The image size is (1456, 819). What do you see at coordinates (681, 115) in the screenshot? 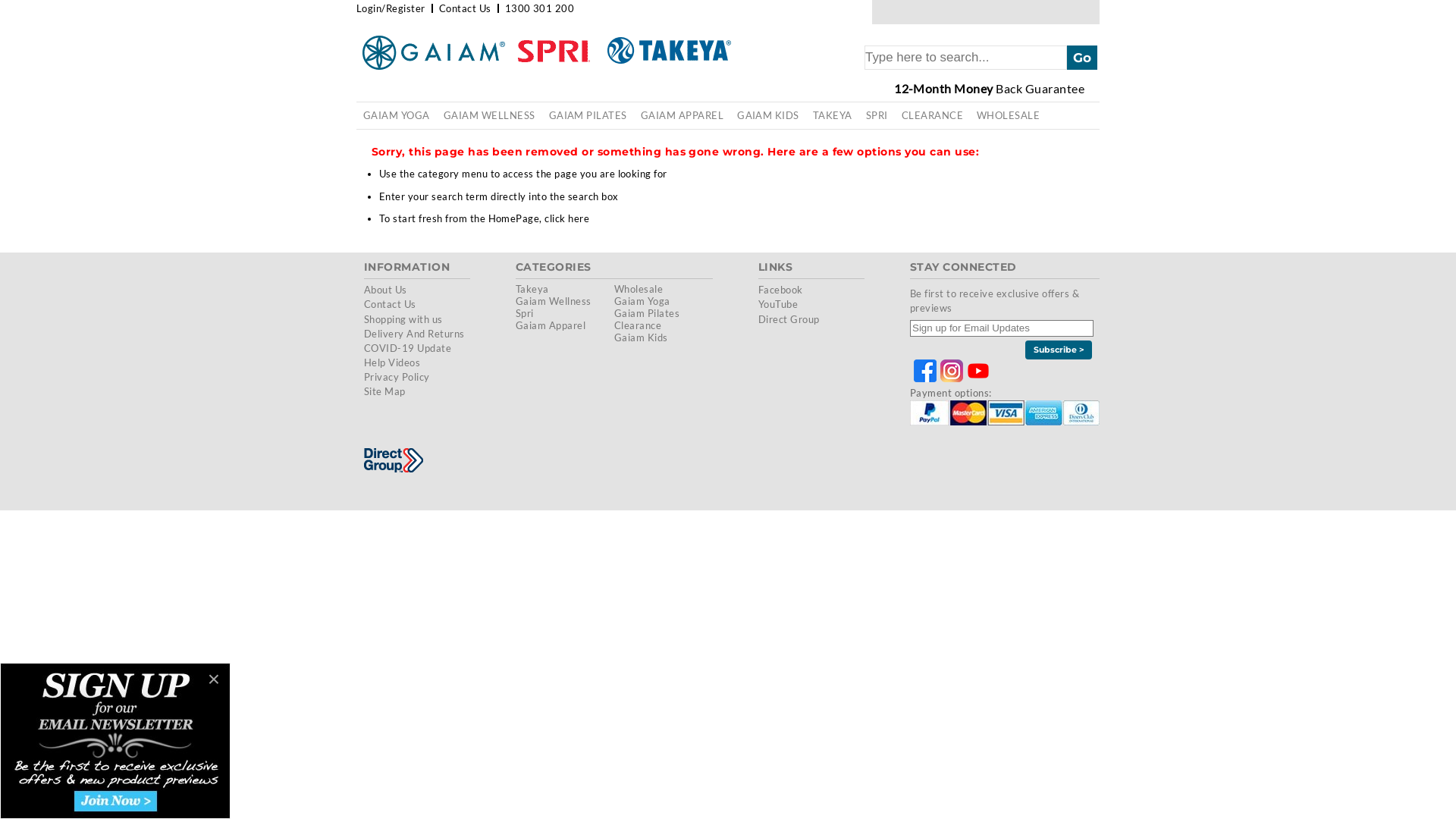
I see `'GAIAM APPAREL'` at bounding box center [681, 115].